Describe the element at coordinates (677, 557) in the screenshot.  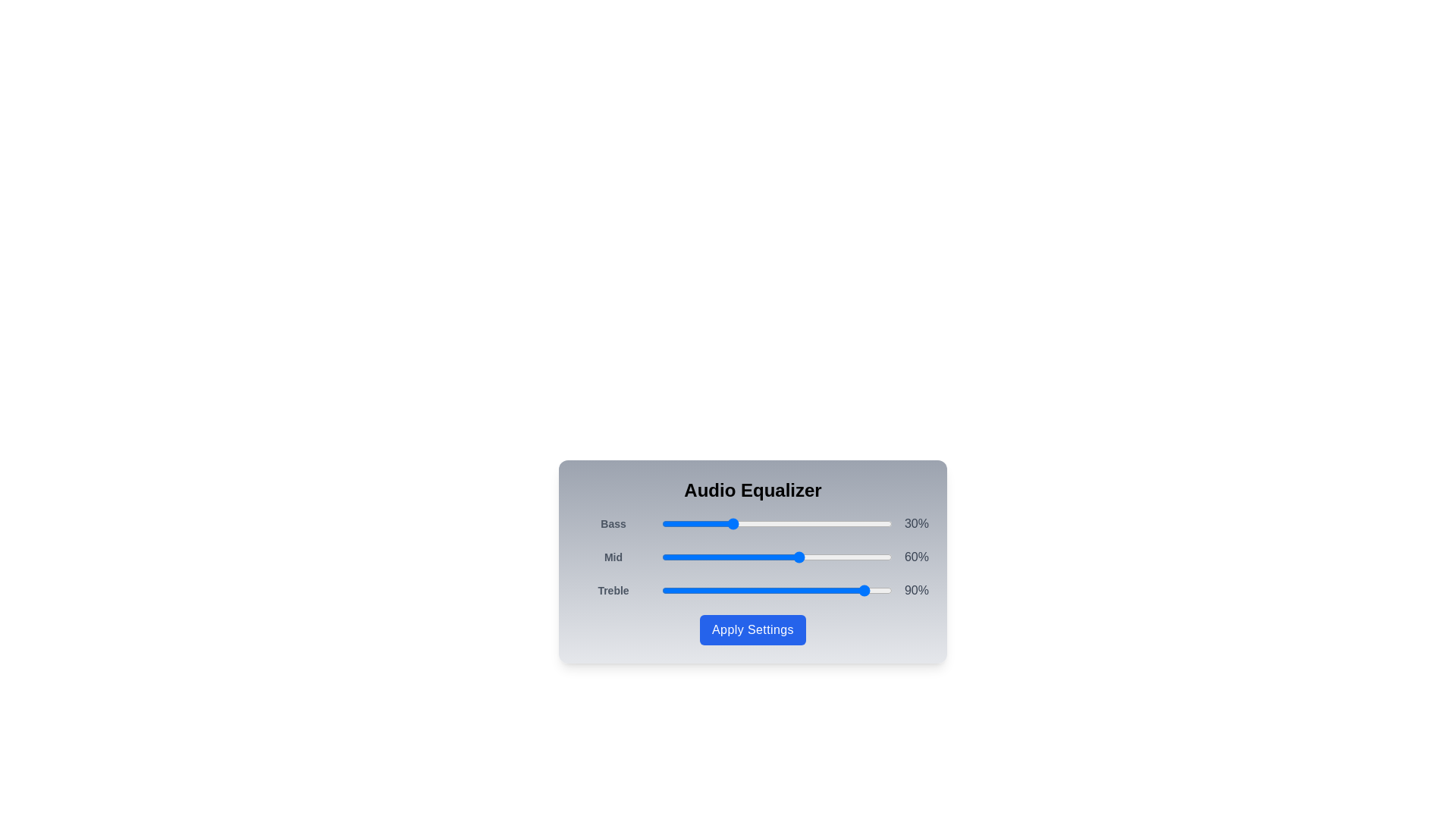
I see `the 1 slider to 7%` at that location.